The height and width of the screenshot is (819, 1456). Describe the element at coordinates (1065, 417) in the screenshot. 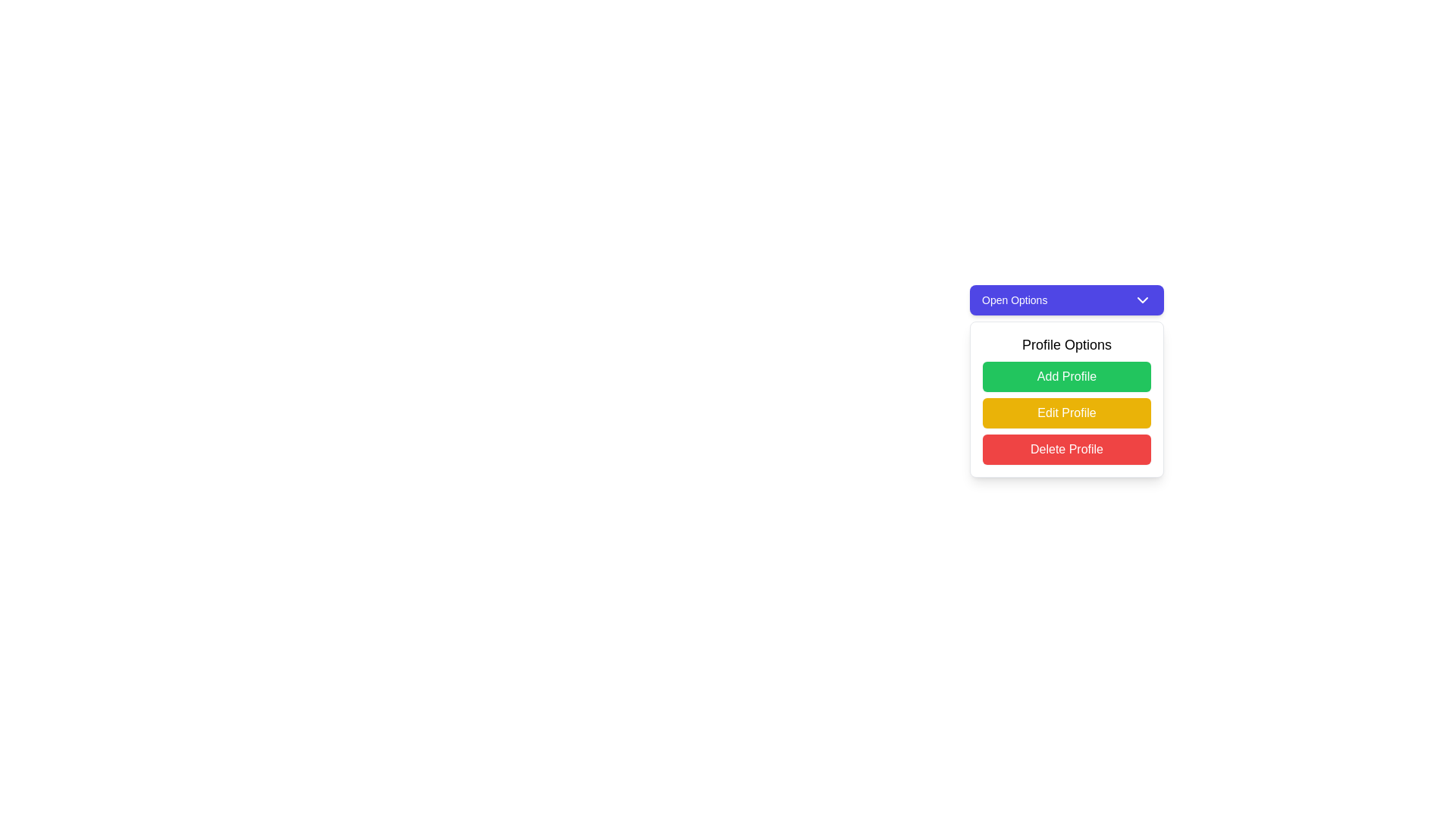

I see `the 'Edit Profile' button, which is a rectangular button with a yellow background and rounded corners located in a dropdown menu below the 'Open Options' header` at that location.